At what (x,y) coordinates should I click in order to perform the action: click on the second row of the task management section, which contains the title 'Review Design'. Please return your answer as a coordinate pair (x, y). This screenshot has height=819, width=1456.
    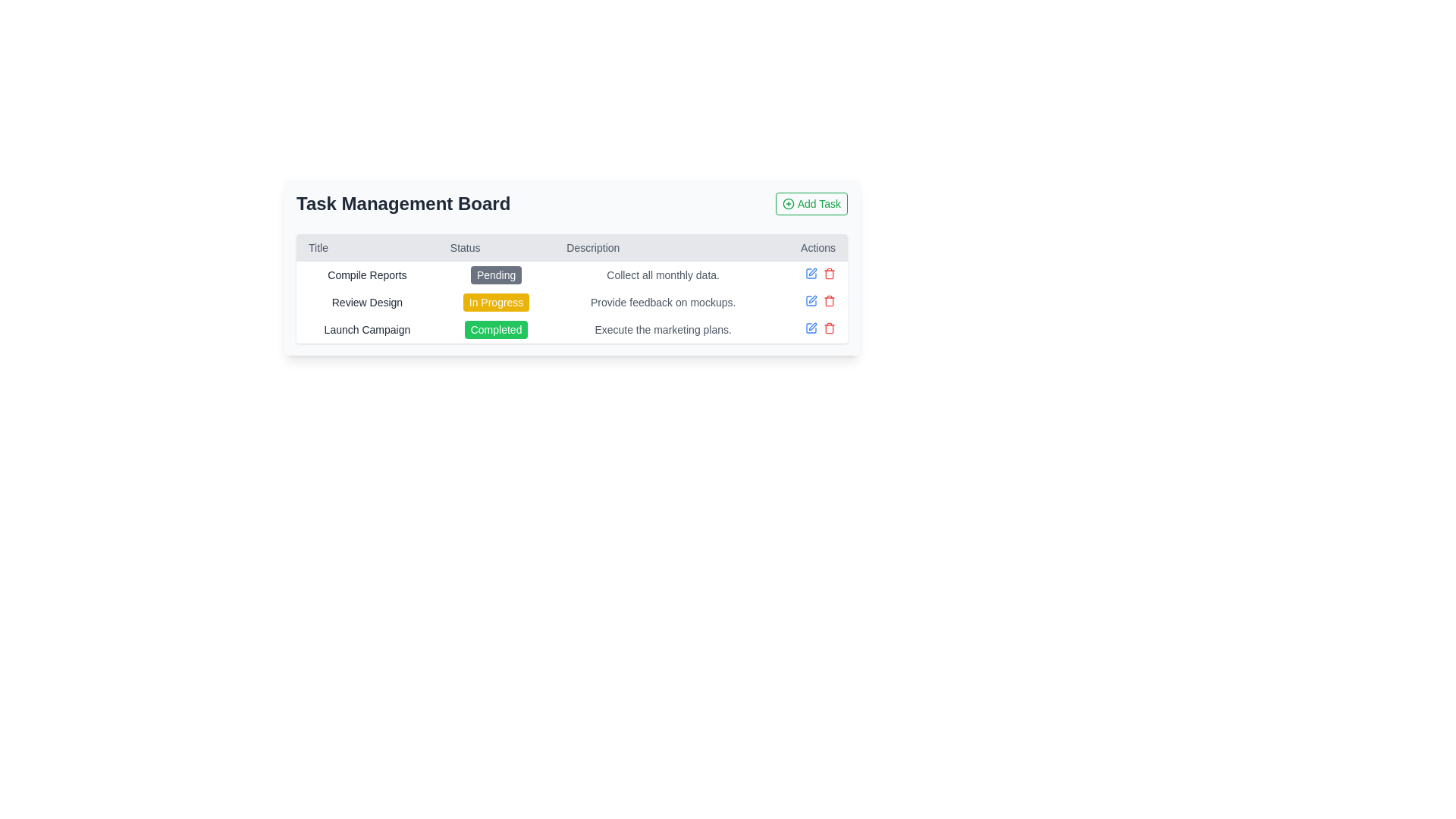
    Looking at the image, I should click on (571, 302).